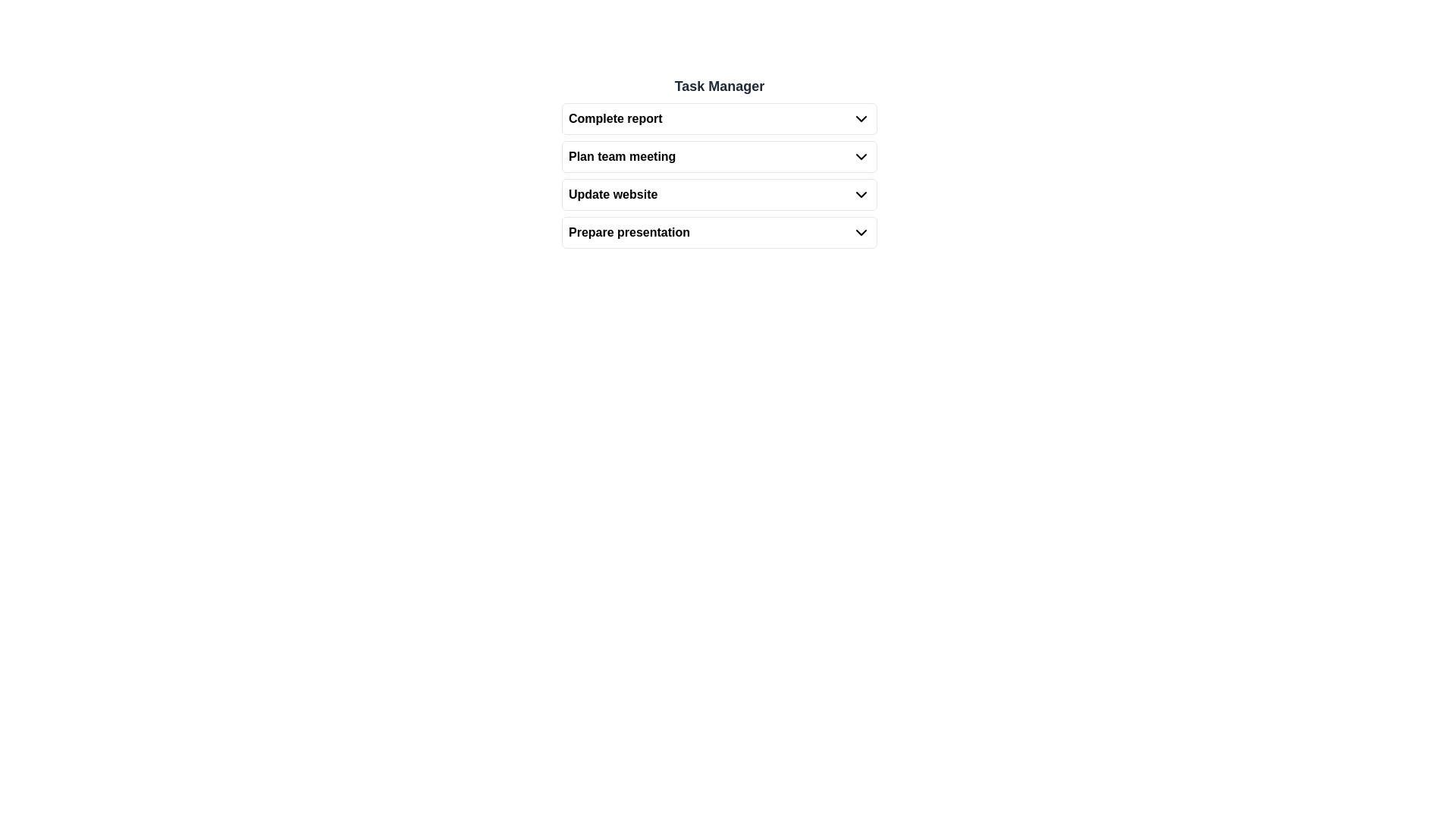 The width and height of the screenshot is (1456, 819). What do you see at coordinates (719, 194) in the screenshot?
I see `the interactive task item labeled 'Update website' which is the third item in the task list` at bounding box center [719, 194].